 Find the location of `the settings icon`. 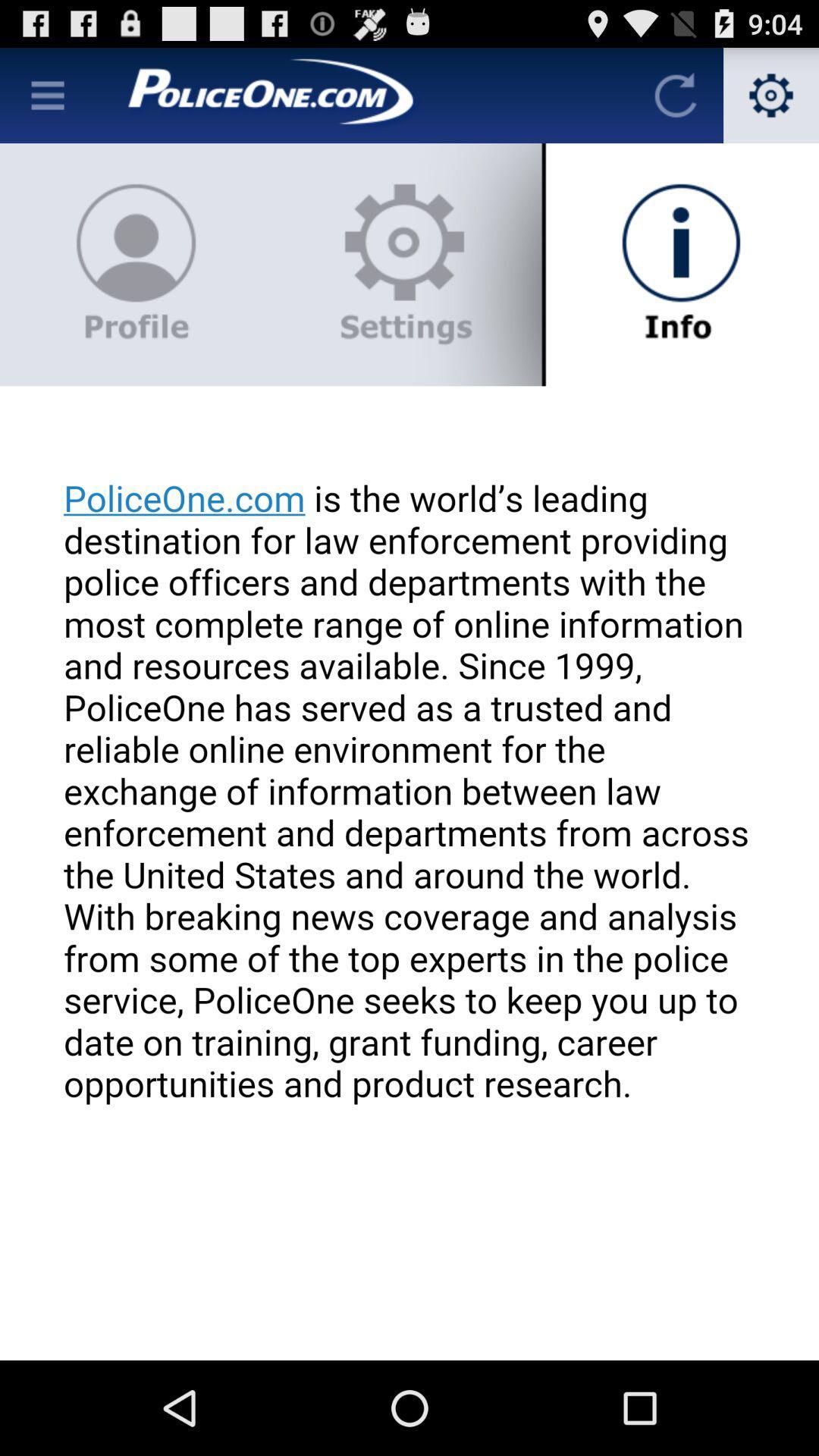

the settings icon is located at coordinates (771, 101).